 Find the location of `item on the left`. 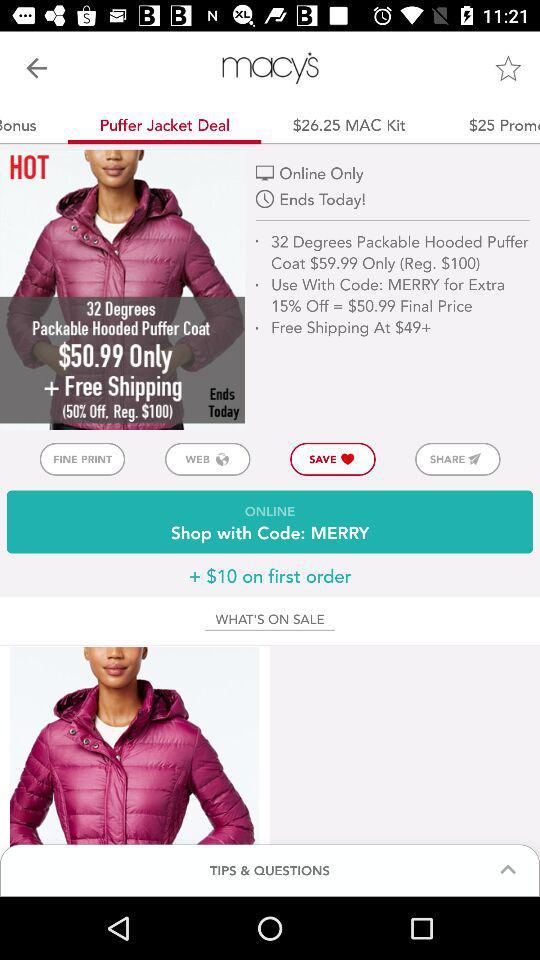

item on the left is located at coordinates (81, 459).